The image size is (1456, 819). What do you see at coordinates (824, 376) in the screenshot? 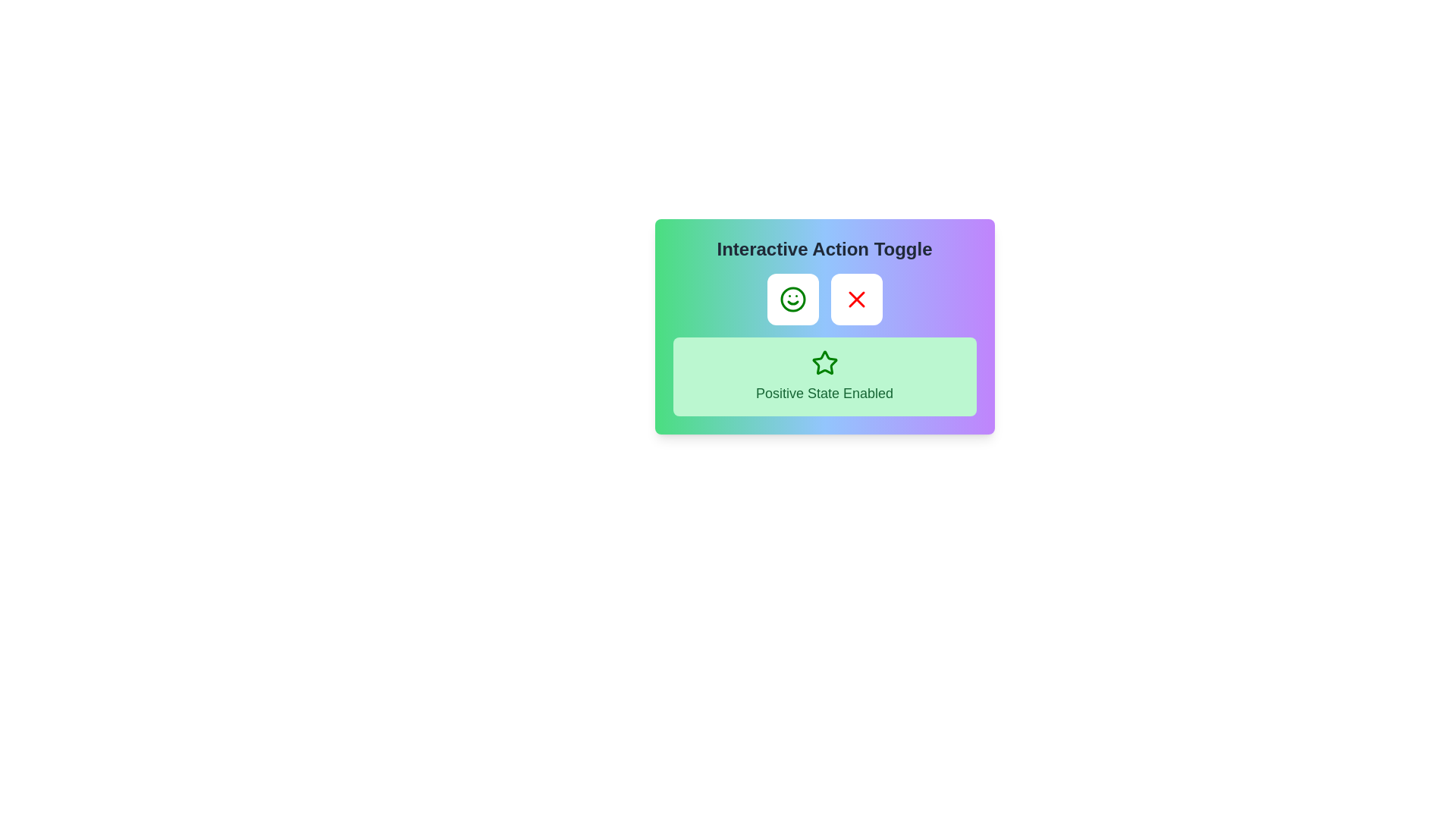
I see `the Informational Label, which features a green background, rounded corners, and the text 'Positive State Enabled' with a star icon above it` at bounding box center [824, 376].